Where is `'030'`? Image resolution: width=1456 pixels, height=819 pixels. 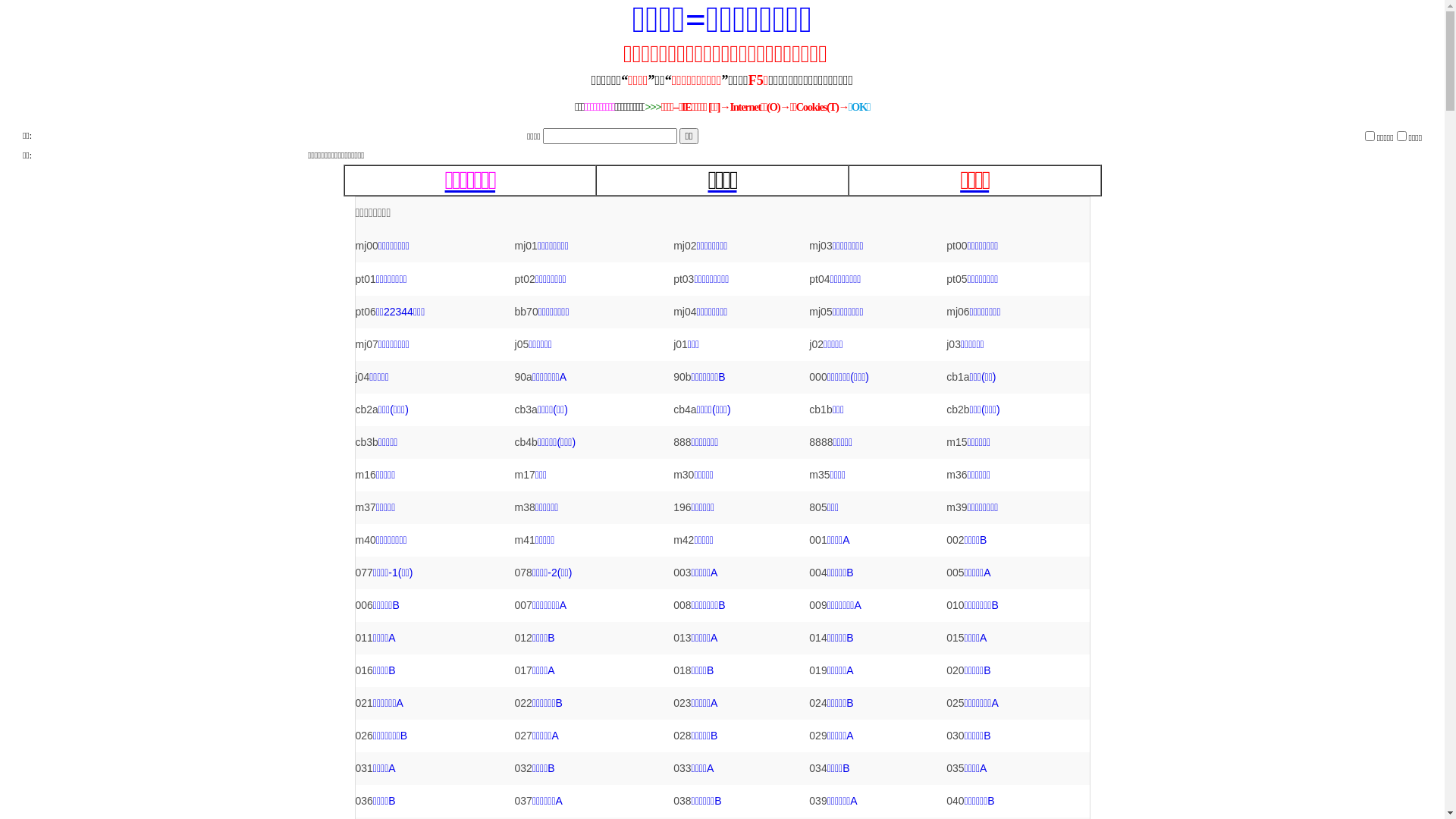
'030' is located at coordinates (954, 734).